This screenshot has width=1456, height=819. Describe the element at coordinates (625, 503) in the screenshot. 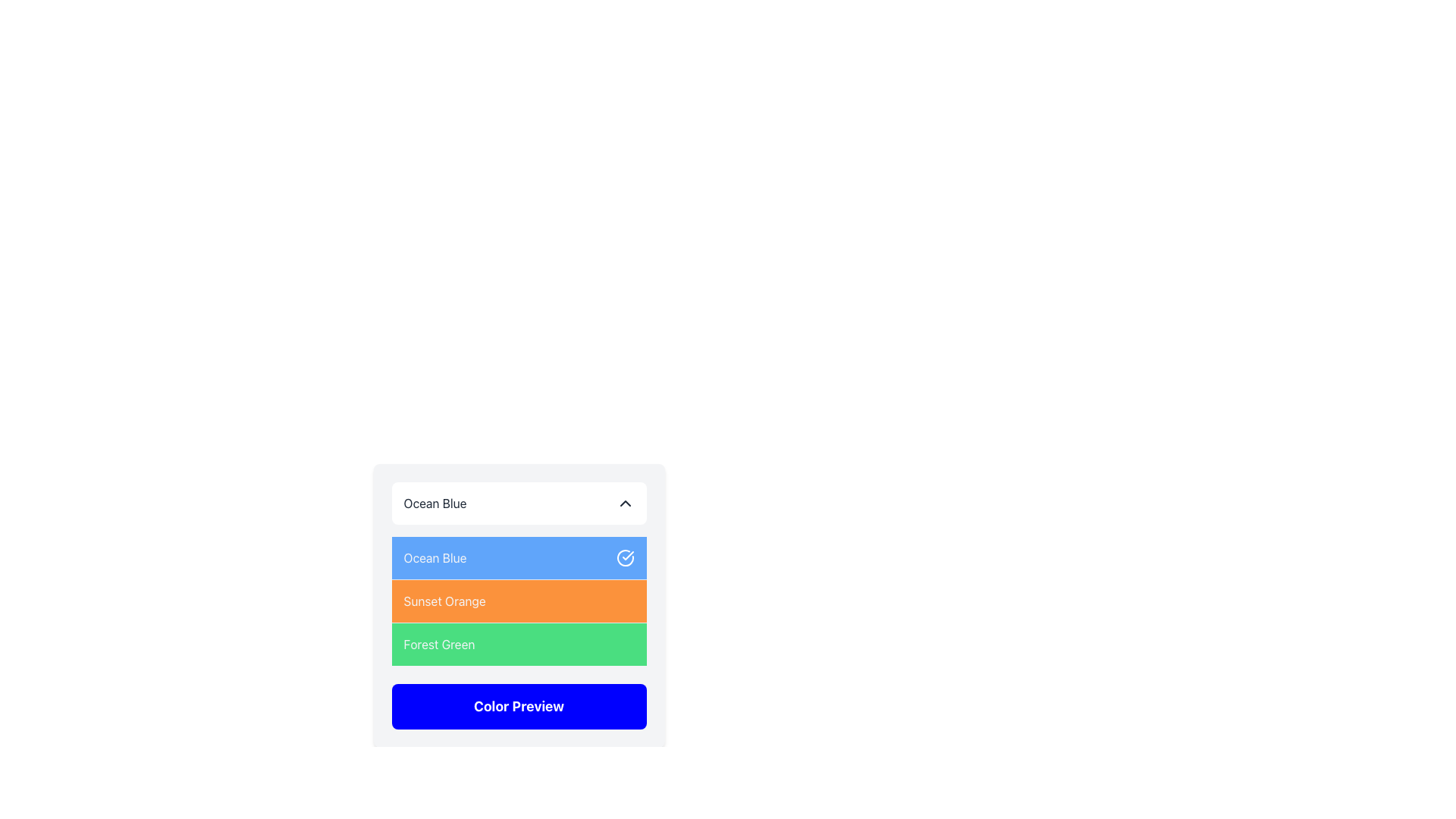

I see `Dropdown toggle icon located at the far right of the white rectangular box labeled 'Ocean Blue' for additional actions` at that location.